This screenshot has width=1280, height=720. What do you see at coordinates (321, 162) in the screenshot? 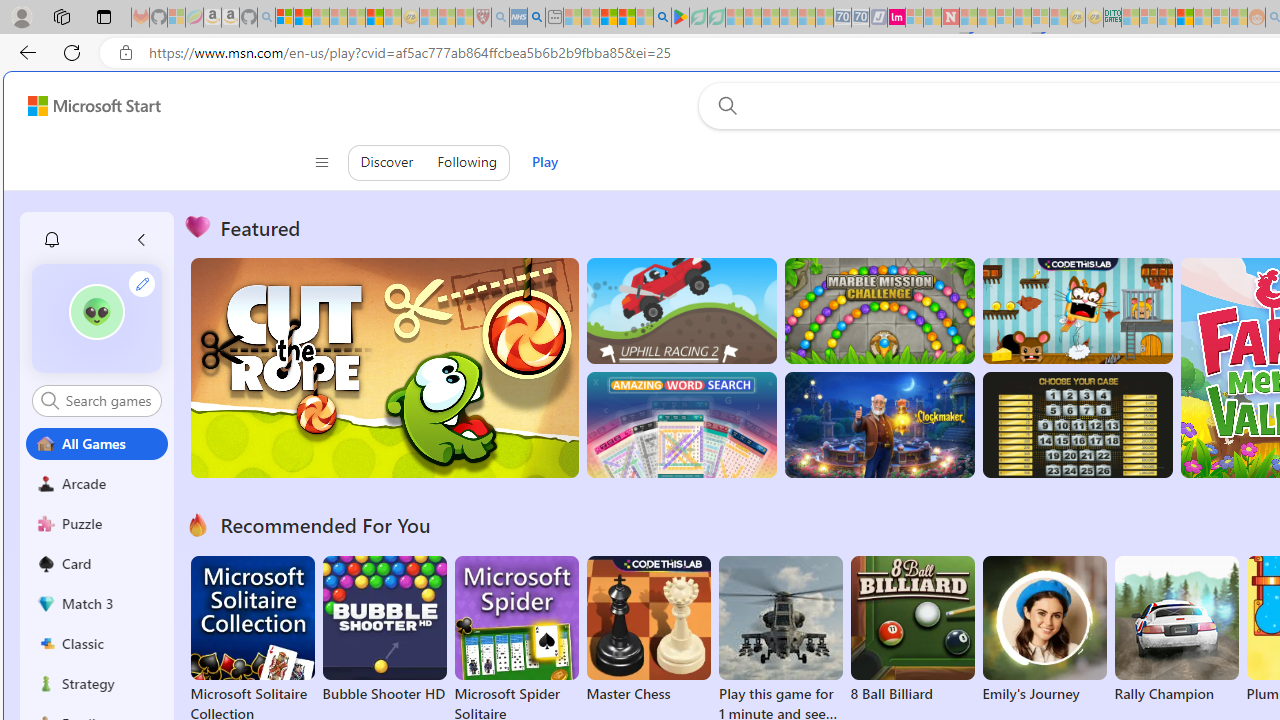
I see `'Class: control icon-only'` at bounding box center [321, 162].